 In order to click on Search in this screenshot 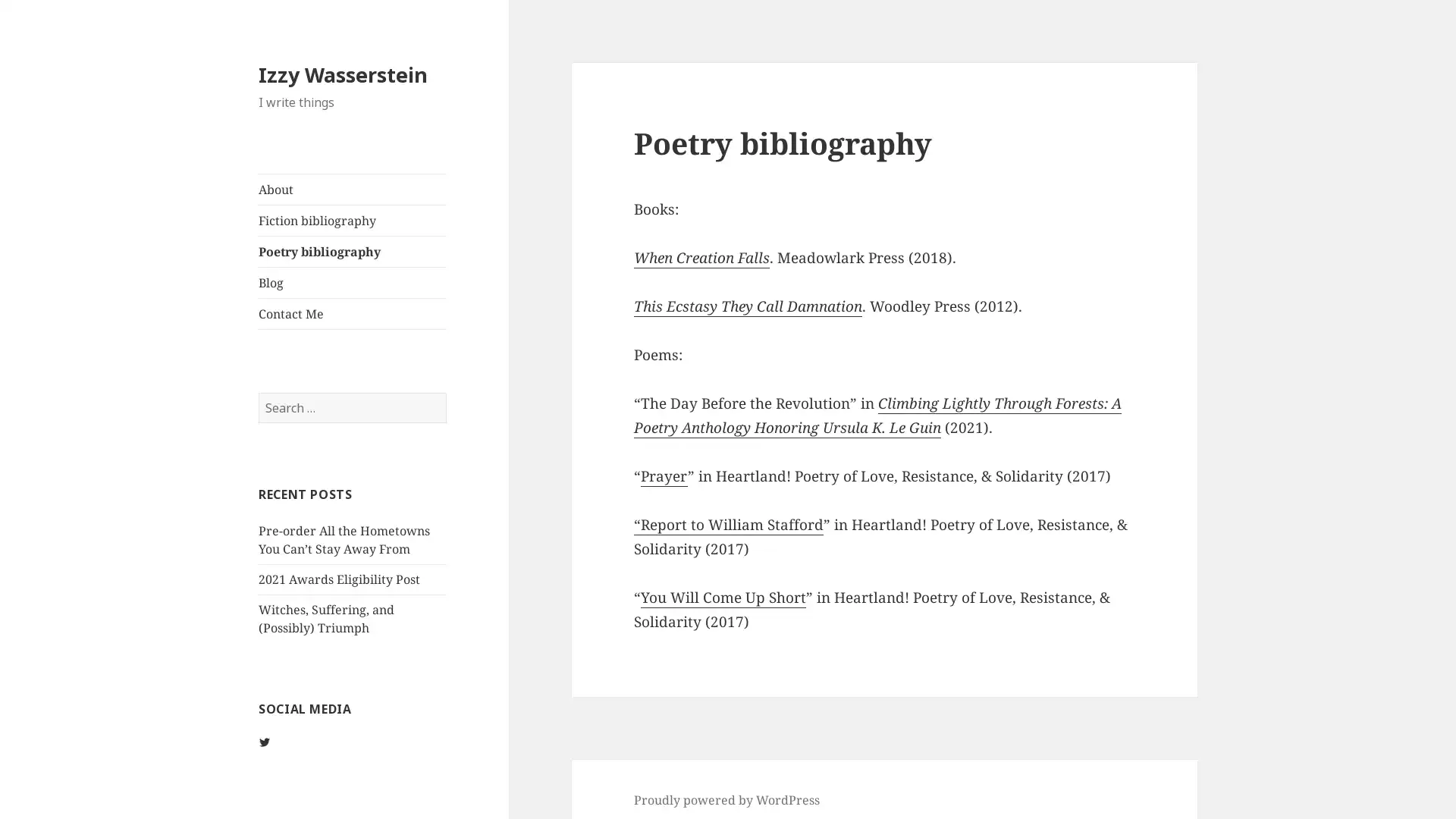, I will do `click(444, 391)`.